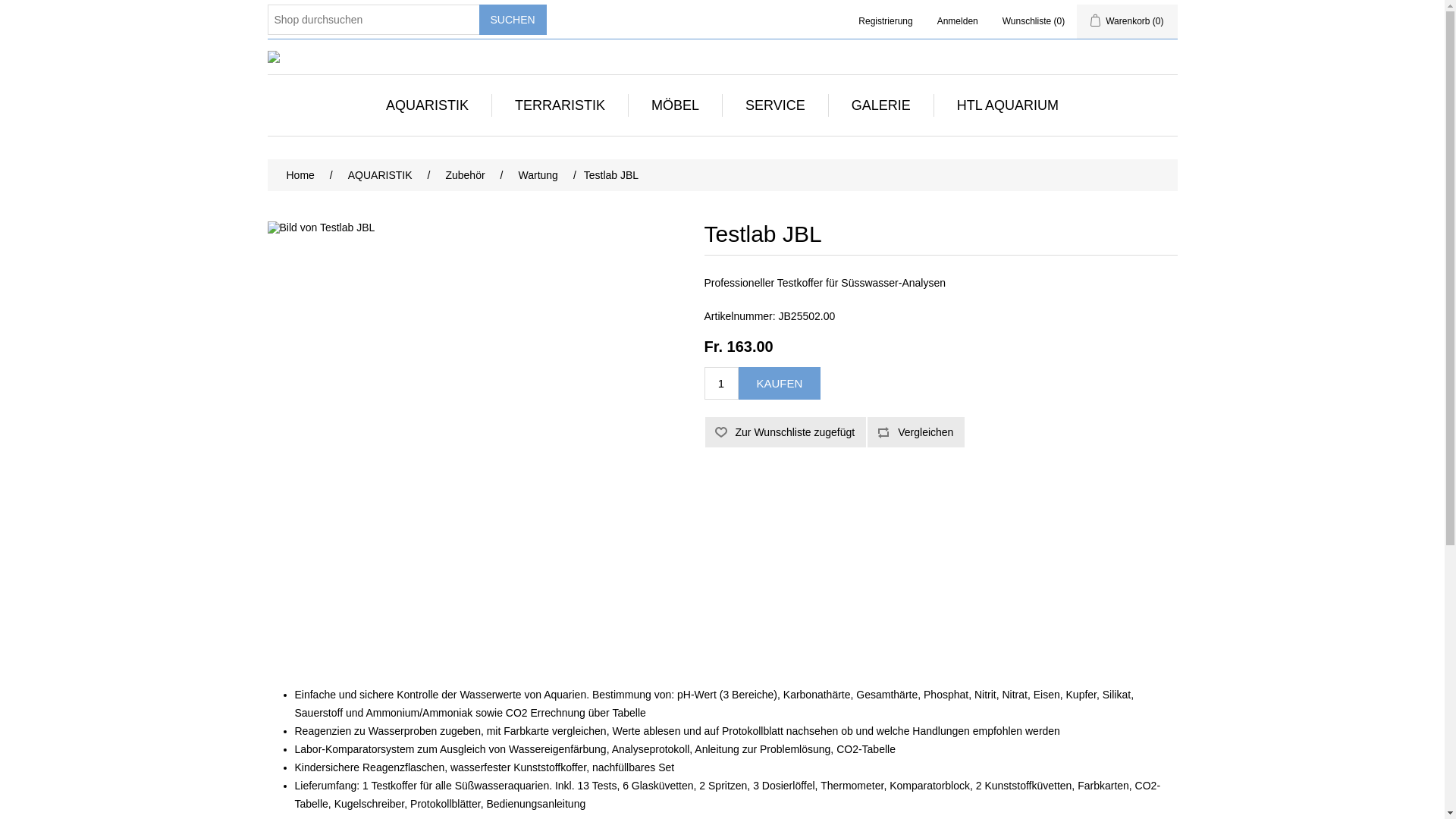 This screenshot has height=819, width=1456. Describe the element at coordinates (1127, 21) in the screenshot. I see `'Warenkorb (0)'` at that location.